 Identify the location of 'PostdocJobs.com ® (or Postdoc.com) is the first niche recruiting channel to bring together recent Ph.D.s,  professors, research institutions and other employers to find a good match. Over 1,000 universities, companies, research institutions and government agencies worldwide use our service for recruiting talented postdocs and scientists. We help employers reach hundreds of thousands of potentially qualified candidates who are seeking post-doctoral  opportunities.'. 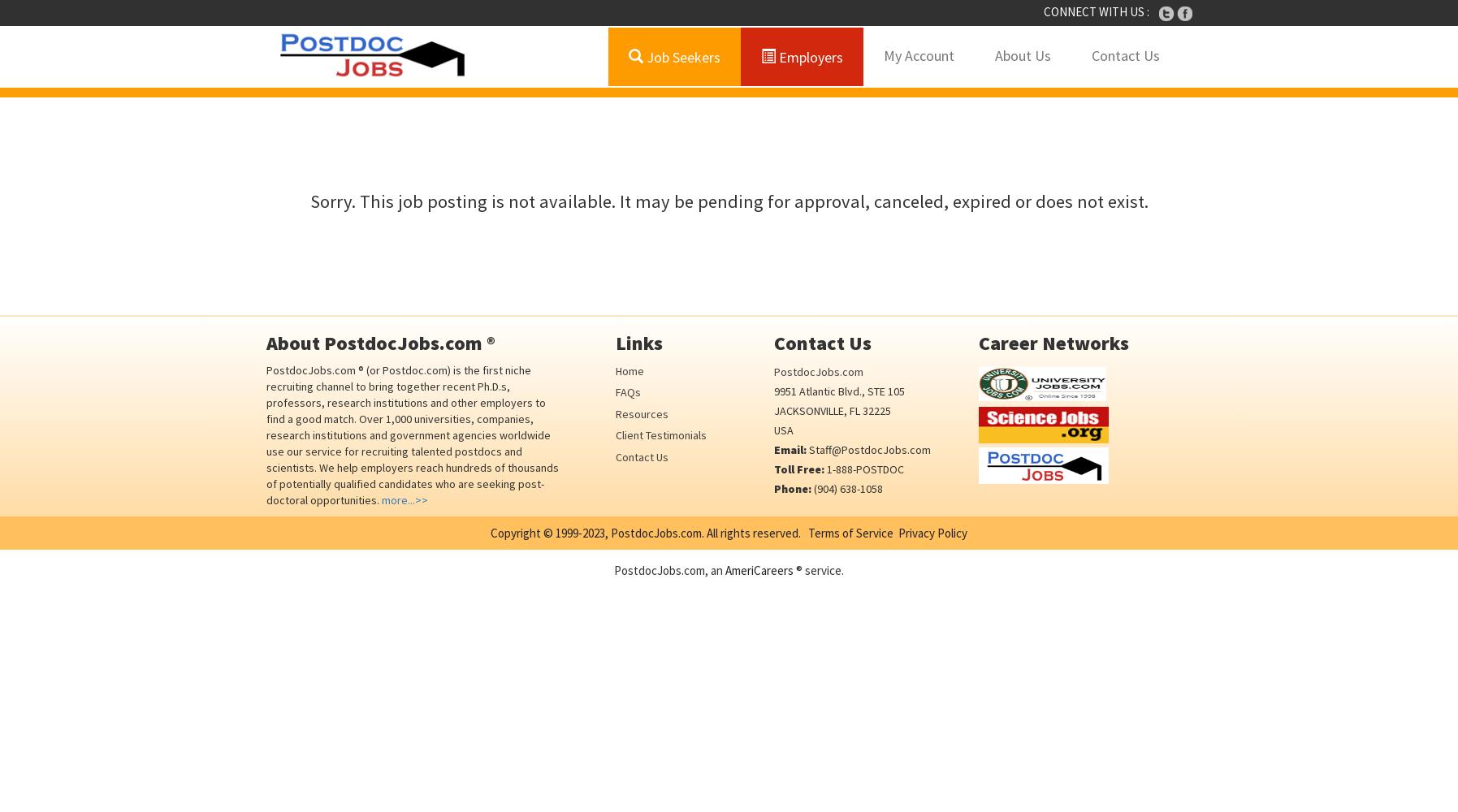
(412, 435).